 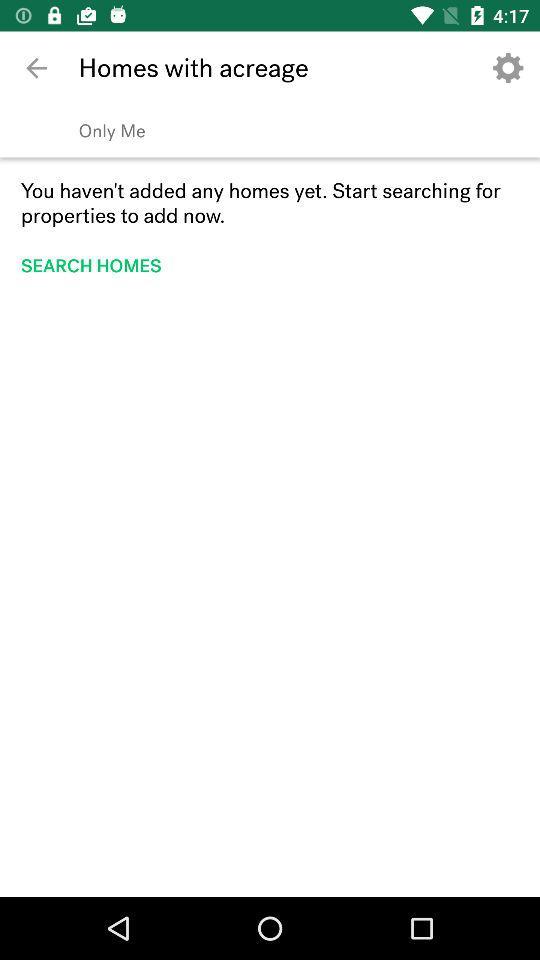 I want to click on search homes item, so click(x=96, y=264).